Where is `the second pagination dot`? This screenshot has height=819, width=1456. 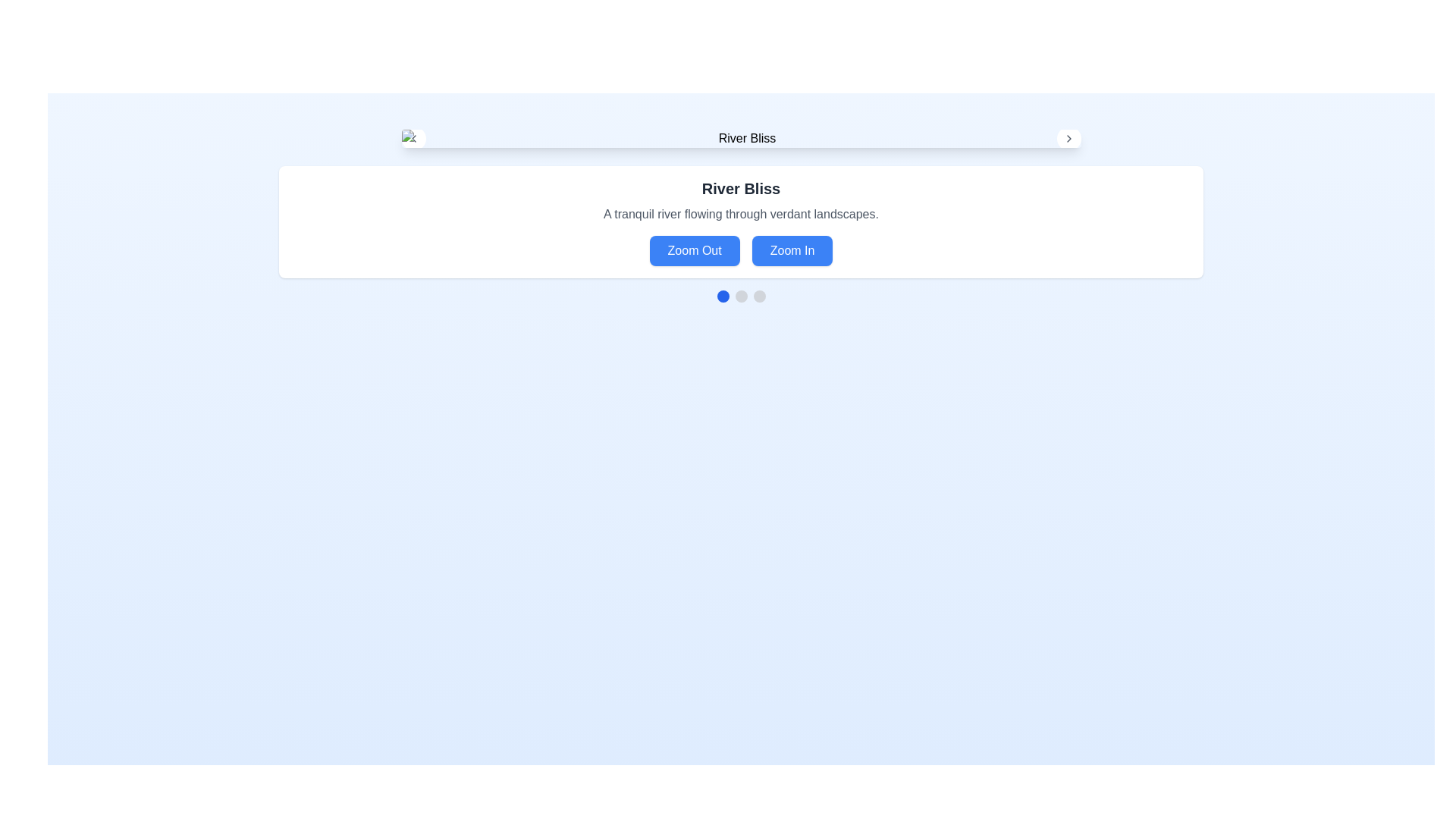
the second pagination dot is located at coordinates (741, 296).